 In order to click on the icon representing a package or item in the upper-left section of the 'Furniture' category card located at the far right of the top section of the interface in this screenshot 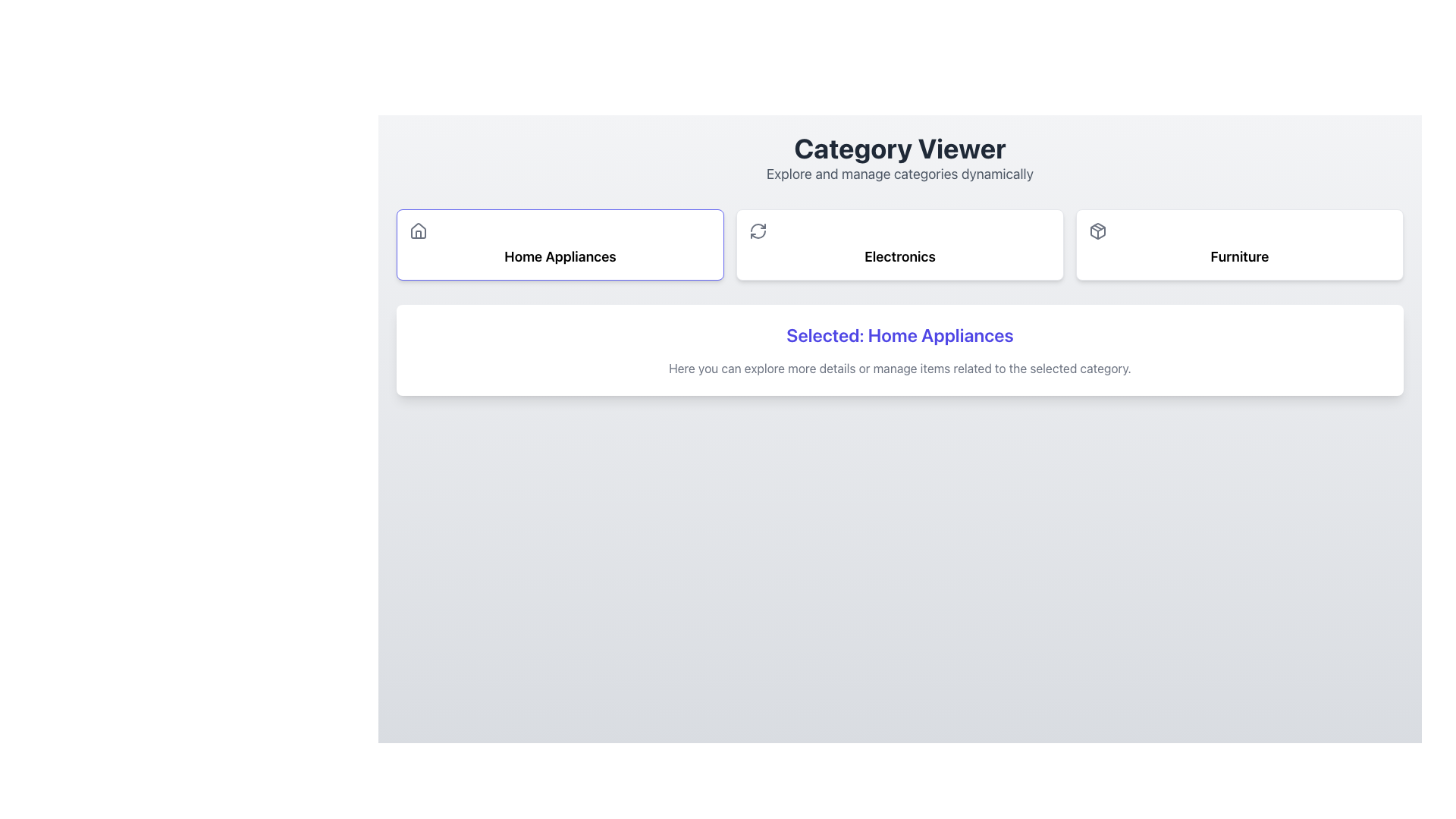, I will do `click(1098, 231)`.